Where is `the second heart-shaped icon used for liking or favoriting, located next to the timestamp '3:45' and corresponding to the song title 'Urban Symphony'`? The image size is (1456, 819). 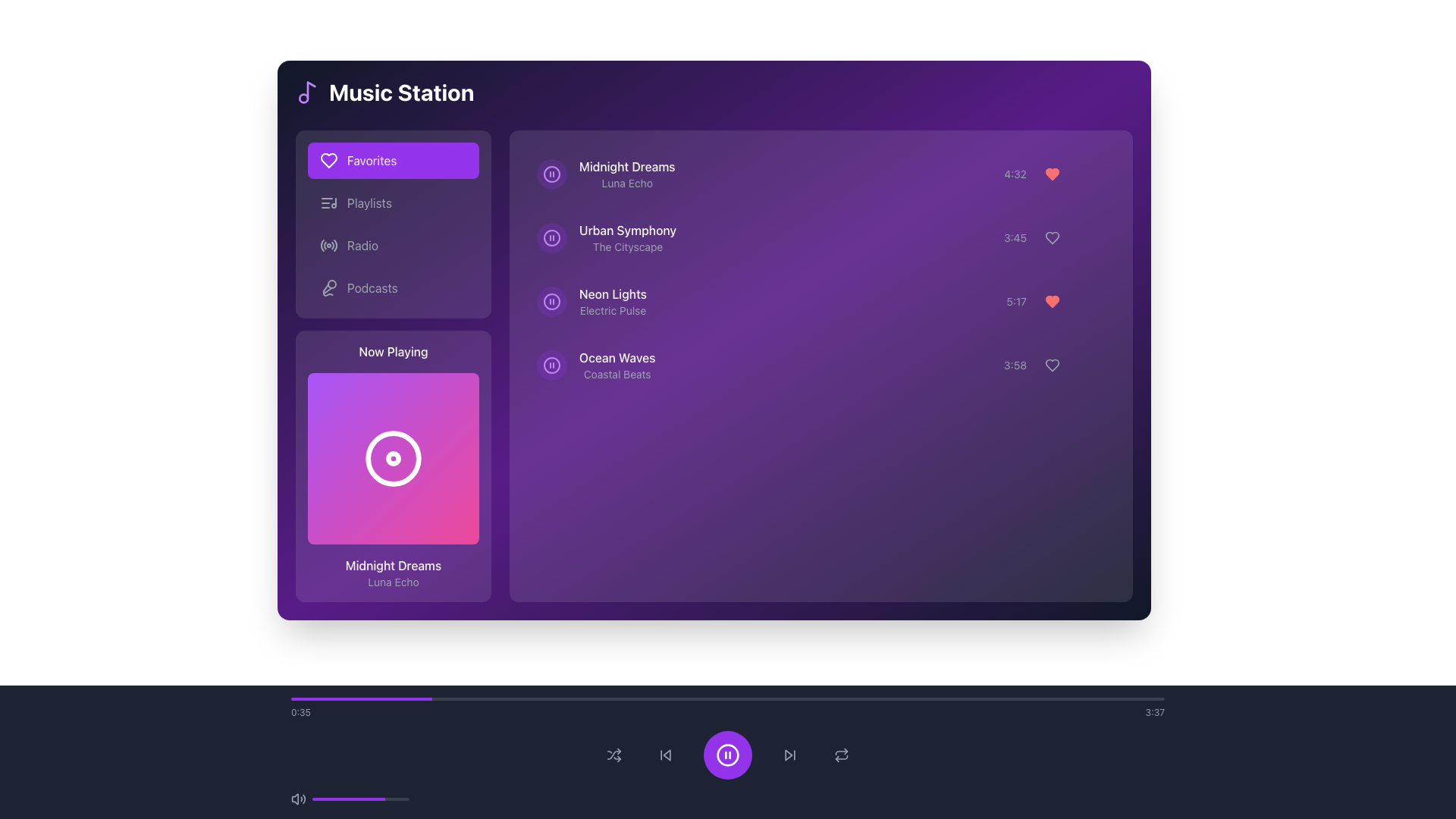
the second heart-shaped icon used for liking or favoriting, located next to the timestamp '3:45' and corresponding to the song title 'Urban Symphony' is located at coordinates (1051, 237).